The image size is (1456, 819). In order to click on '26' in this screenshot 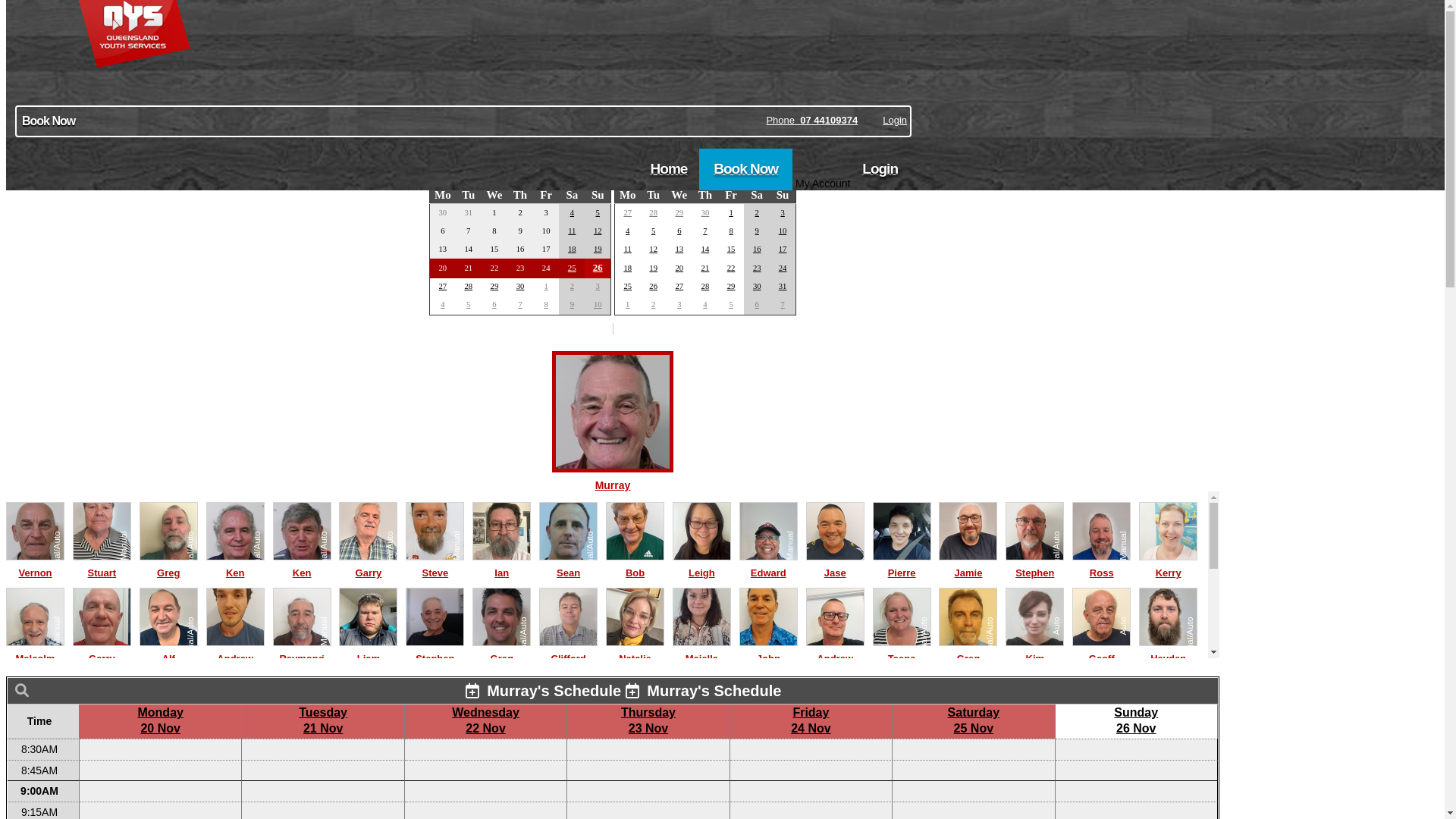, I will do `click(597, 266)`.